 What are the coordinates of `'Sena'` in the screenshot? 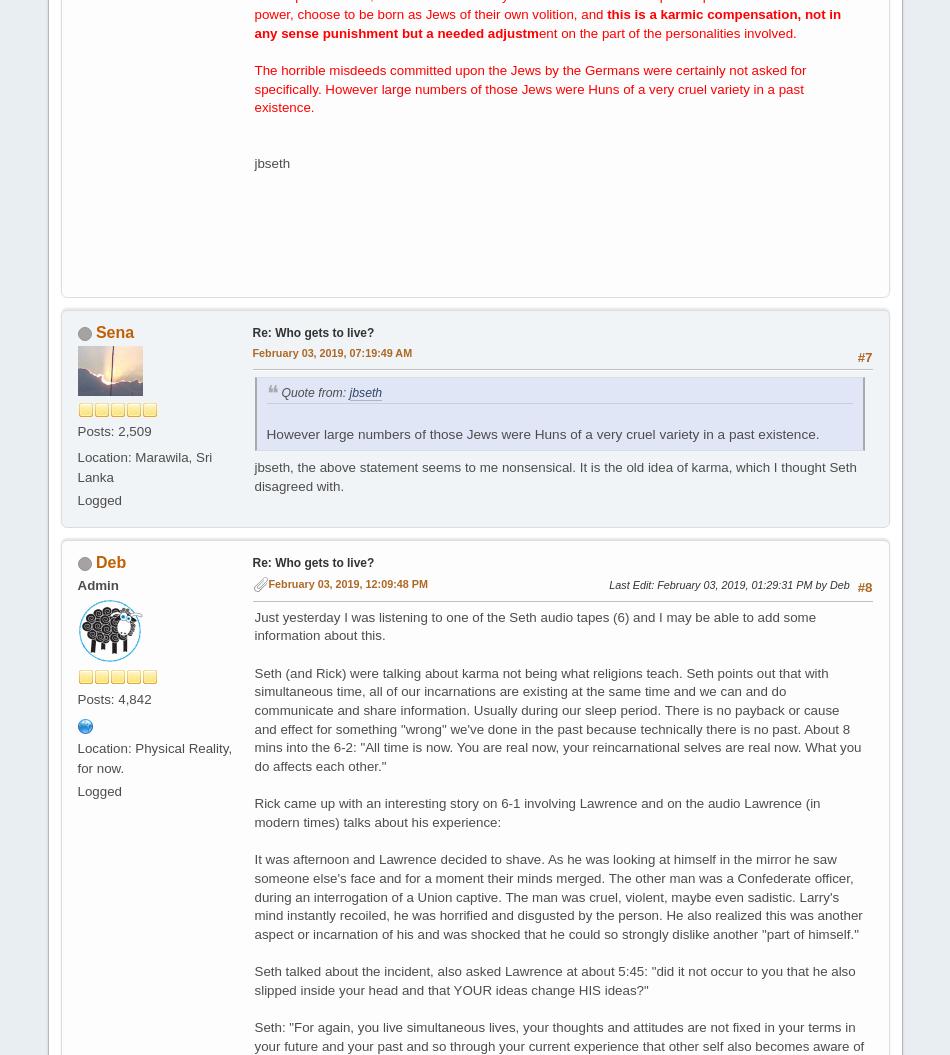 It's located at (95, 331).